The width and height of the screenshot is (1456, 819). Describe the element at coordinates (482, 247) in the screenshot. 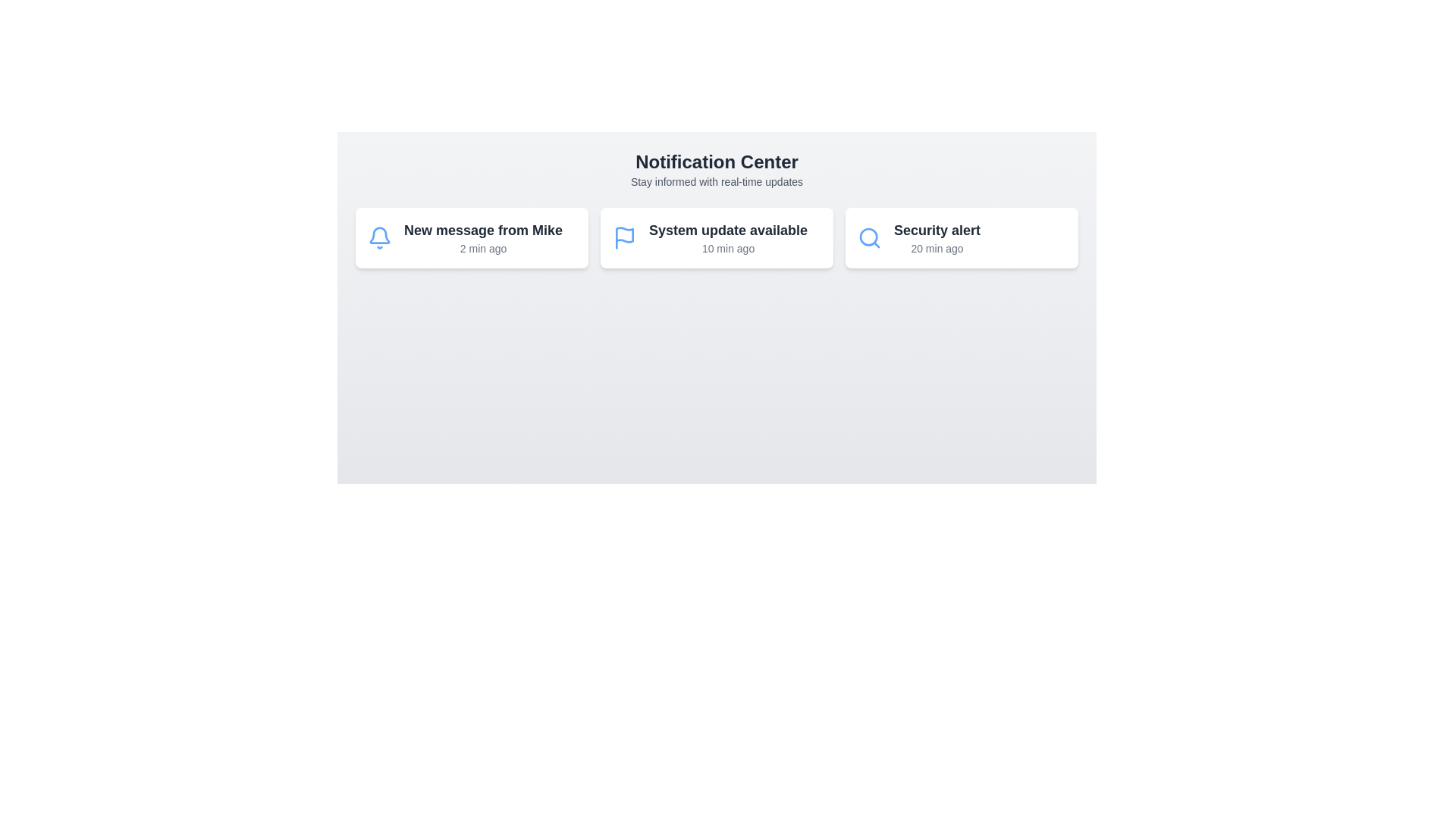

I see `the timestamp displayed in the text label located below 'New message from Mike' in the first notification card` at that location.